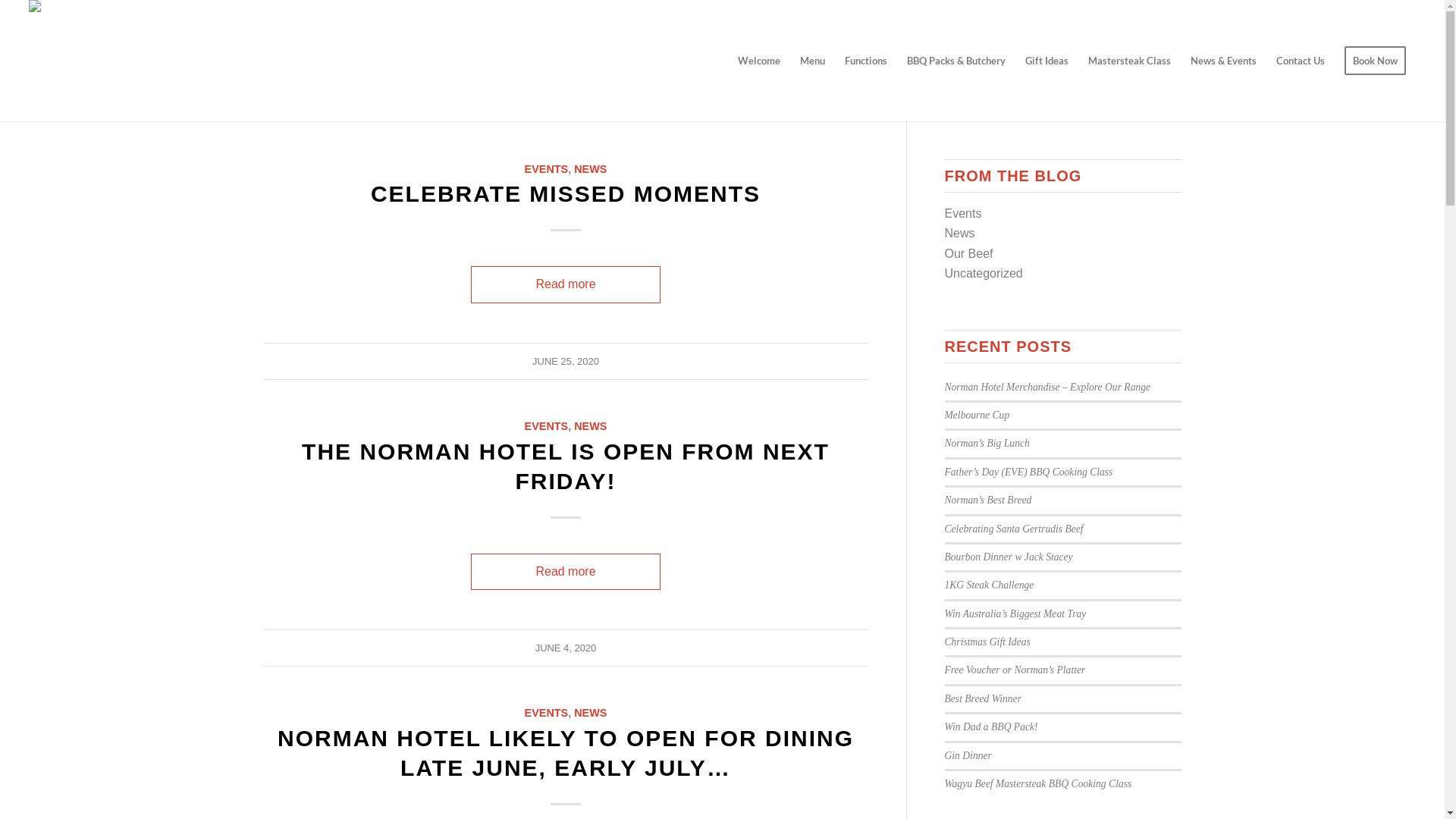 This screenshot has height=819, width=1456. Describe the element at coordinates (977, 415) in the screenshot. I see `'Melbourne Cup'` at that location.